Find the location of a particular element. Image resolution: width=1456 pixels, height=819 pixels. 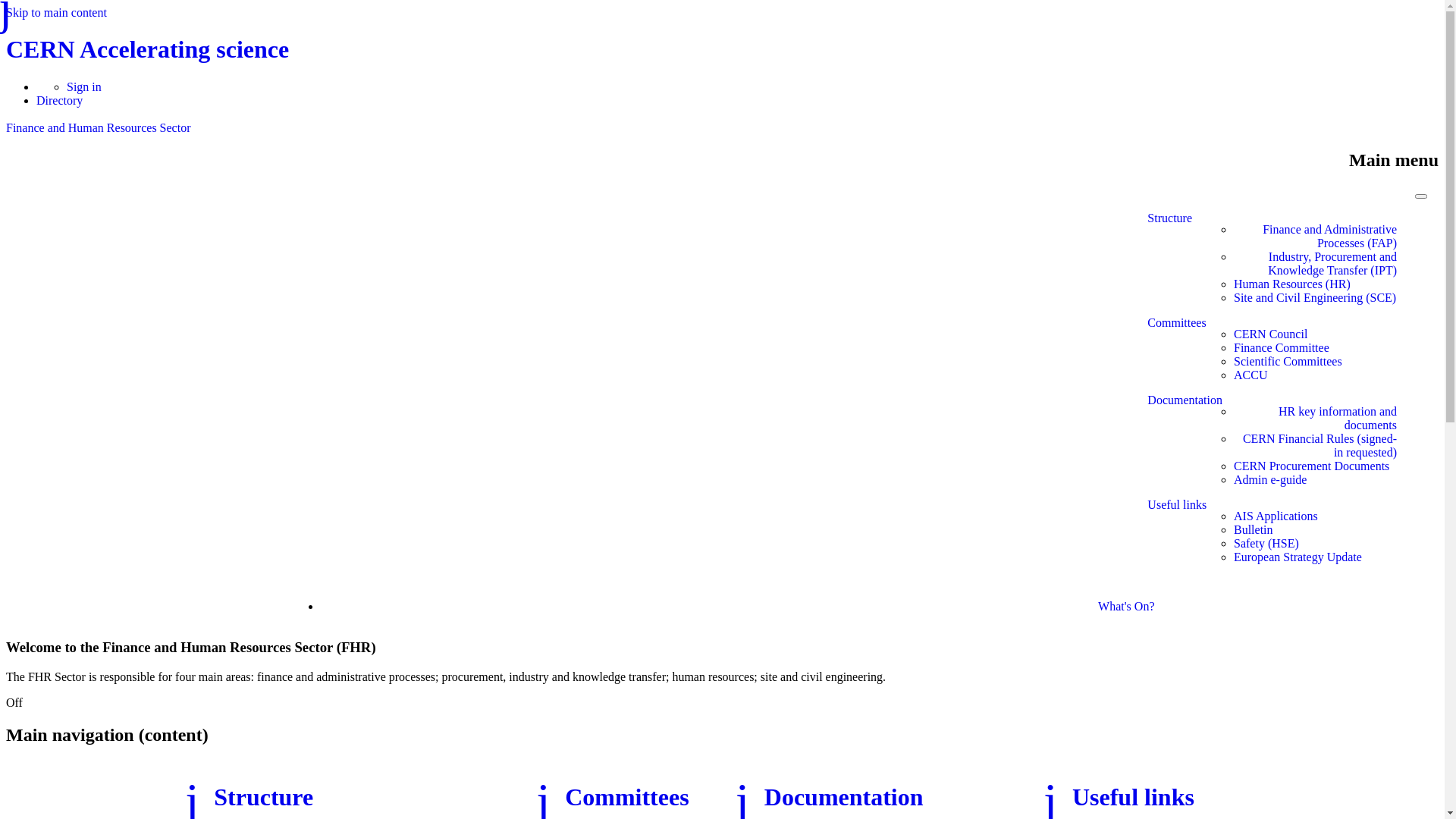

'Human Resources (HR)' is located at coordinates (1291, 284).